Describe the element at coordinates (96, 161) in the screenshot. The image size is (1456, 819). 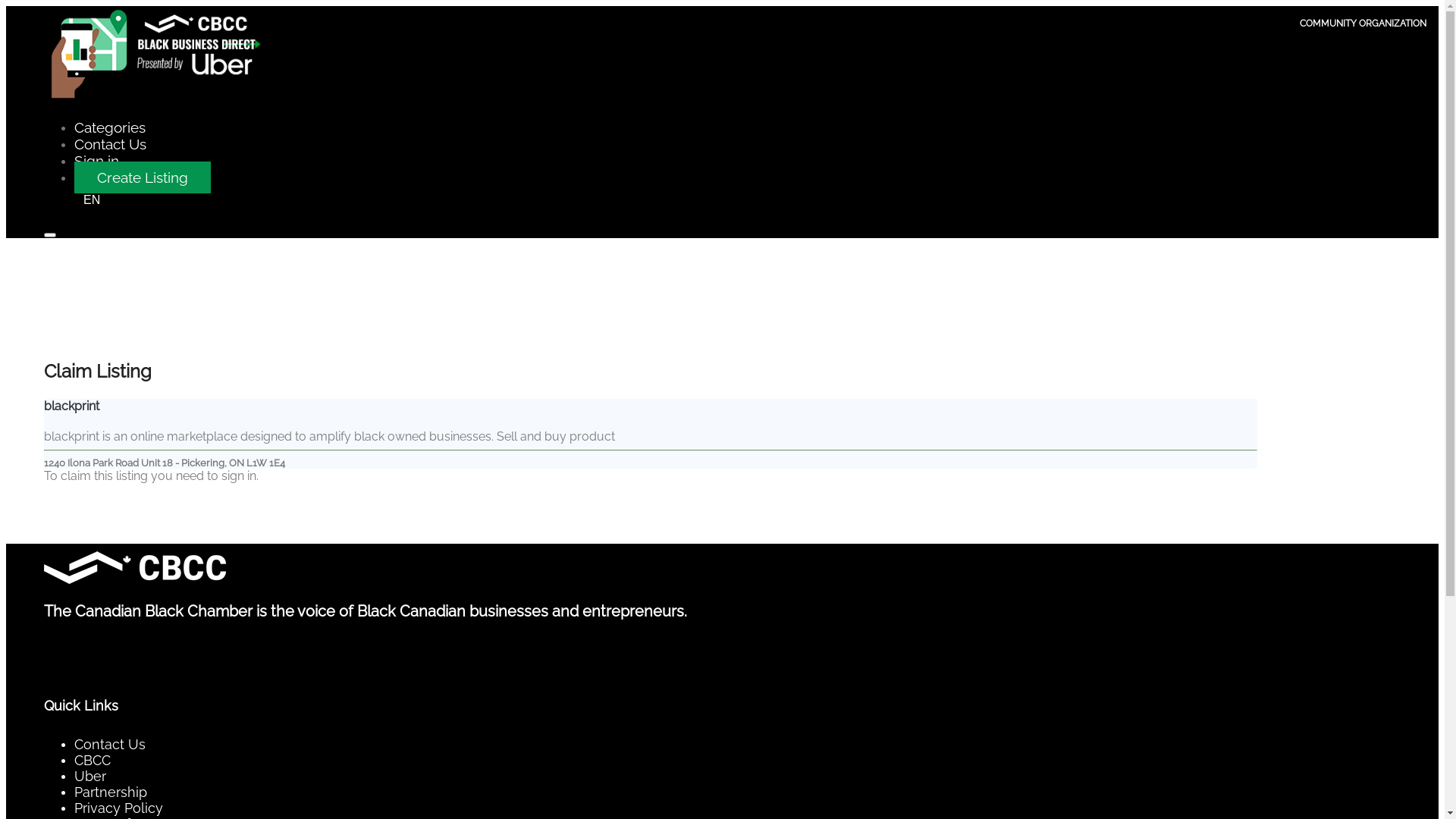
I see `'Sign in'` at that location.